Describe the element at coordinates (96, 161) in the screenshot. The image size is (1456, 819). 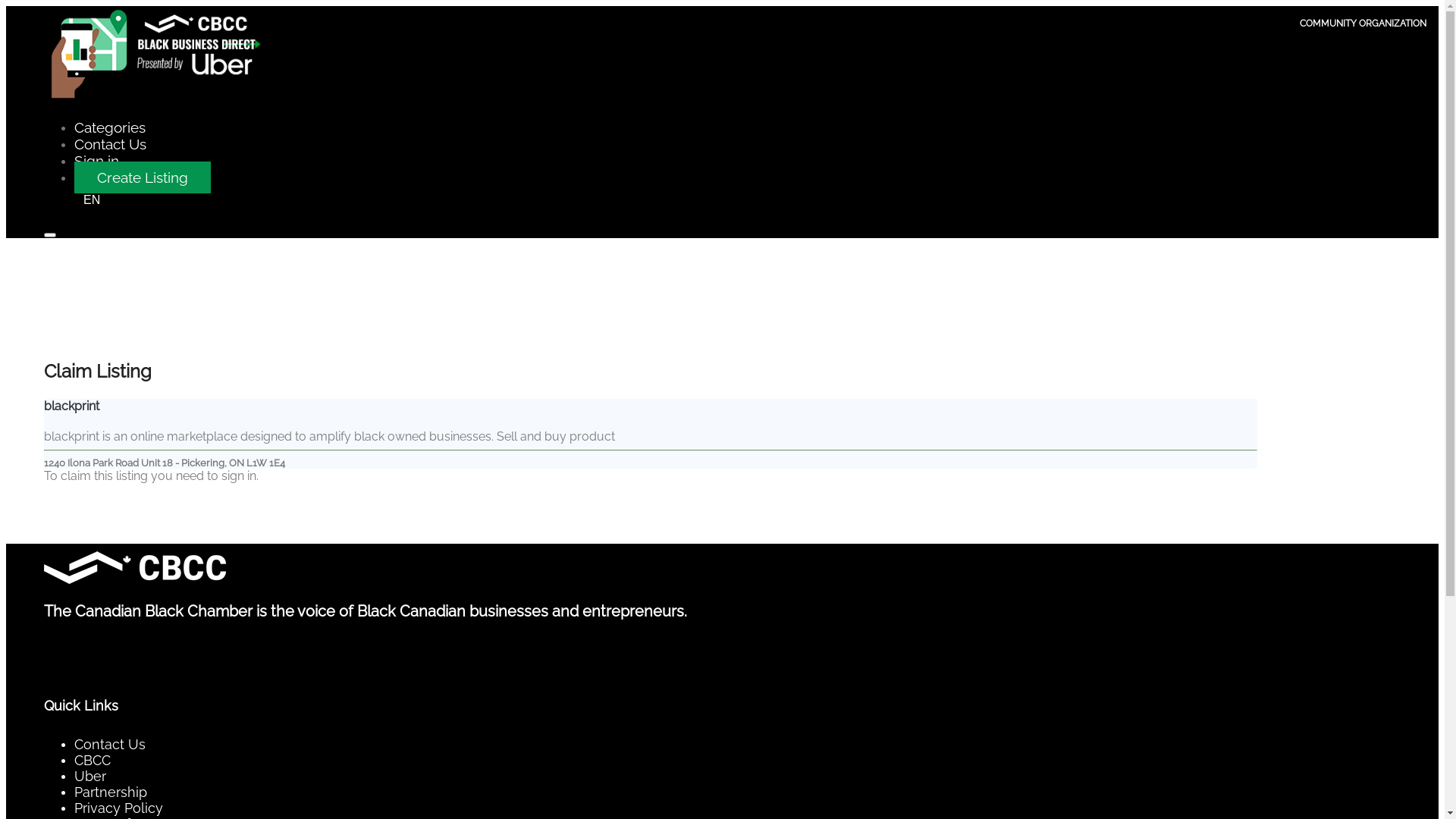
I see `'Sign in'` at that location.